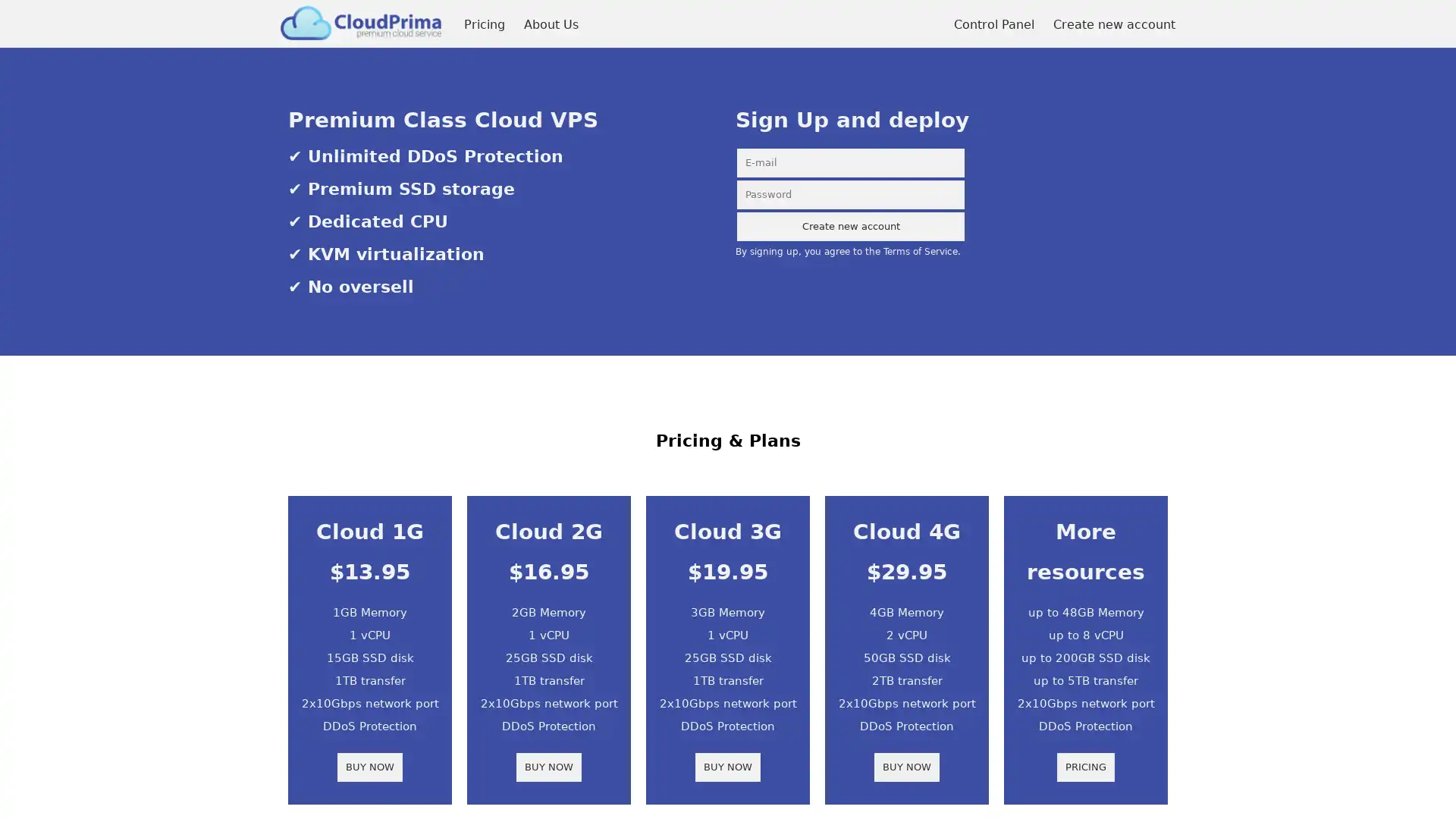  What do you see at coordinates (728, 767) in the screenshot?
I see `buy now` at bounding box center [728, 767].